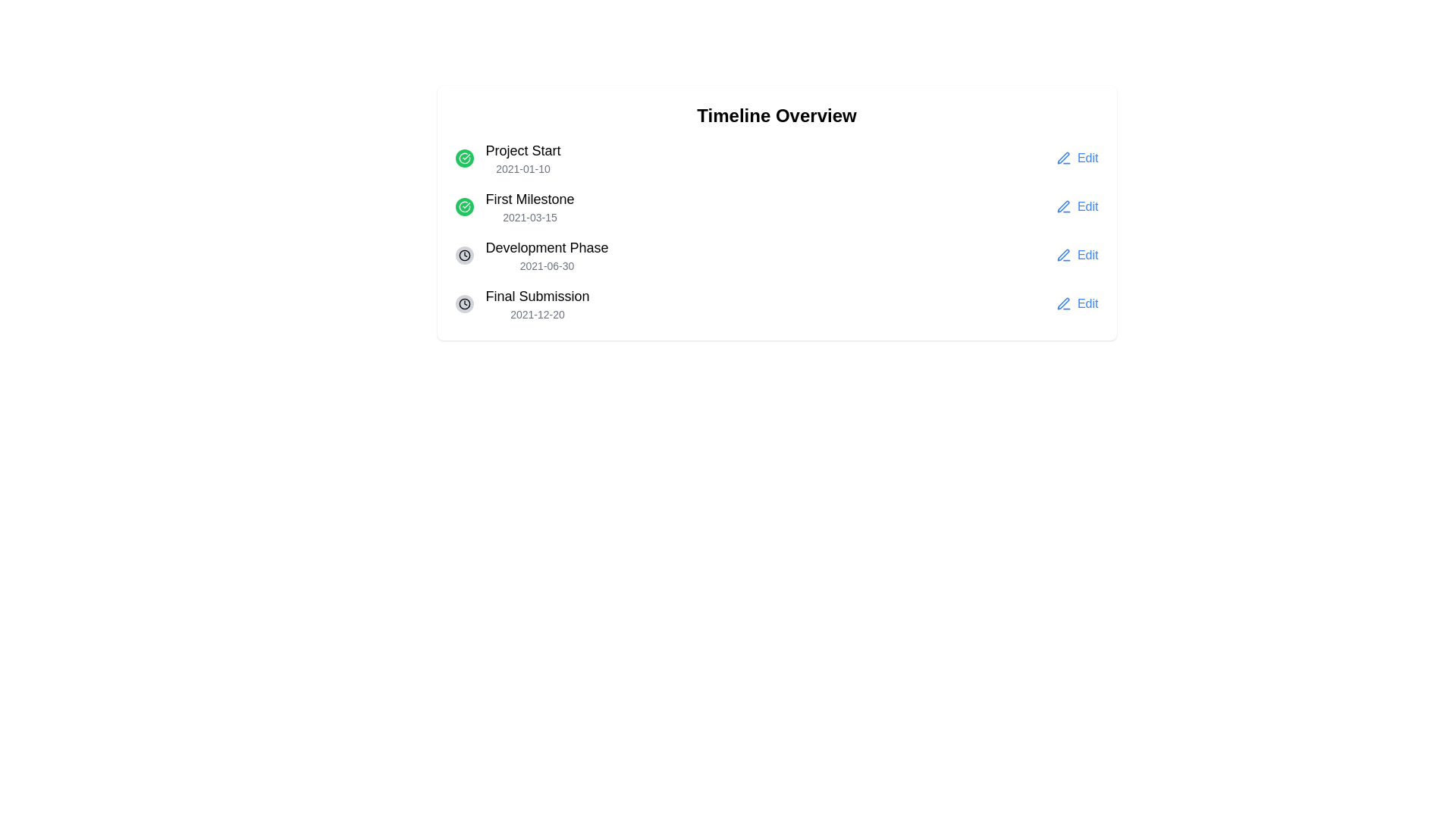  Describe the element at coordinates (463, 158) in the screenshot. I see `the 'First Milestone' achievement icon, which is the second icon in the vertical sequence of timeline steps, located adjacent to the 'First Milestone' text and above the 'Development Phase' timeline step` at that location.